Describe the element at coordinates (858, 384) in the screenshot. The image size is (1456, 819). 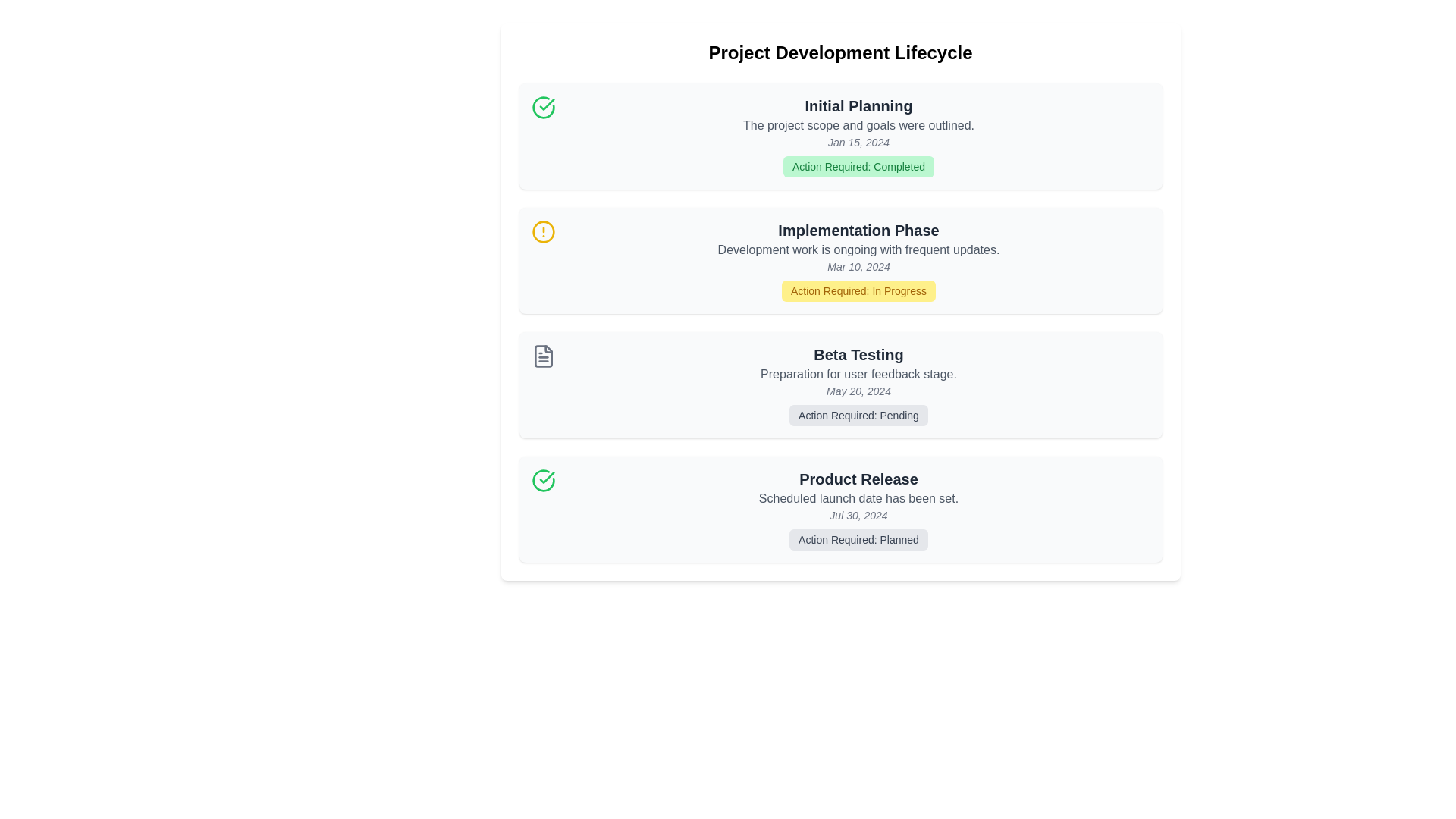
I see `the List Item that summarizes the status of the 'Beta Testing' stage in the project progress, which indicates 'Action Required: Pending'` at that location.